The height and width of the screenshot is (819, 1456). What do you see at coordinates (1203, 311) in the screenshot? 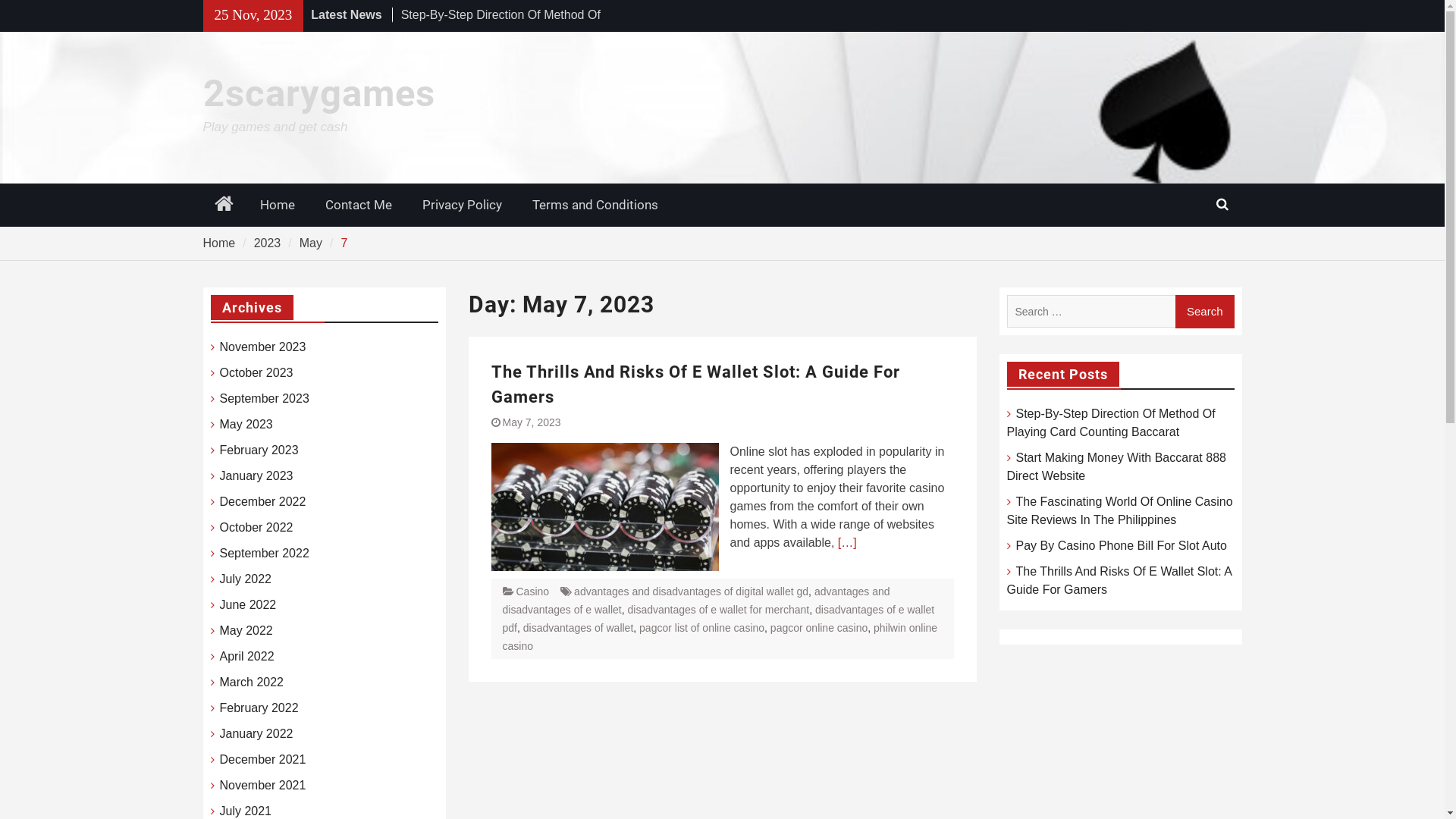
I see `'Search'` at bounding box center [1203, 311].